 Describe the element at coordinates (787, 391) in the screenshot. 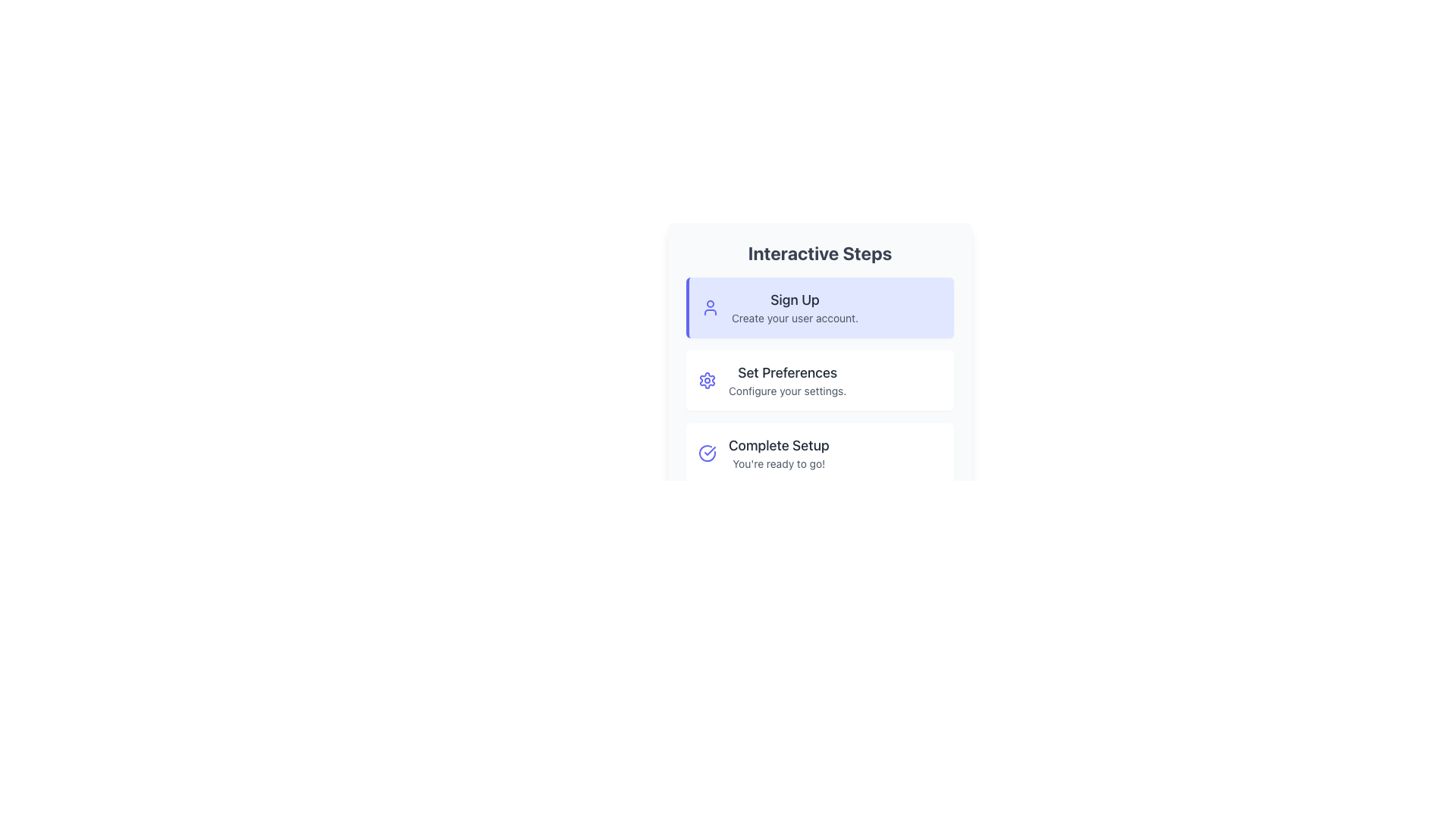

I see `the static text element reading 'Configure your settings.' which is positioned beneath the bold heading 'Set Preferences.'` at that location.